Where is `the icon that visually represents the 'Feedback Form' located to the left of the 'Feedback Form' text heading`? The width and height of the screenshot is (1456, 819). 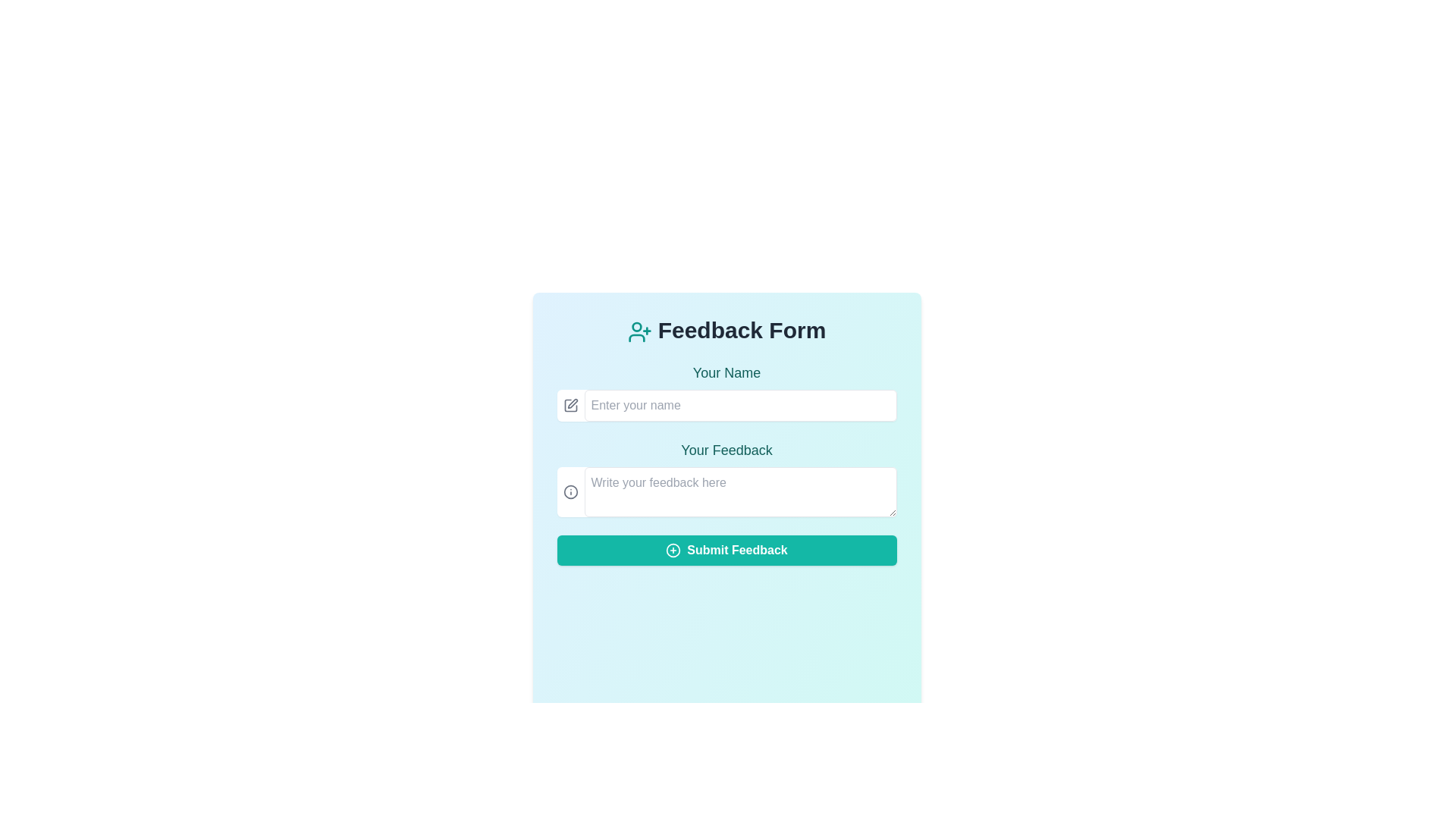 the icon that visually represents the 'Feedback Form' located to the left of the 'Feedback Form' text heading is located at coordinates (639, 331).